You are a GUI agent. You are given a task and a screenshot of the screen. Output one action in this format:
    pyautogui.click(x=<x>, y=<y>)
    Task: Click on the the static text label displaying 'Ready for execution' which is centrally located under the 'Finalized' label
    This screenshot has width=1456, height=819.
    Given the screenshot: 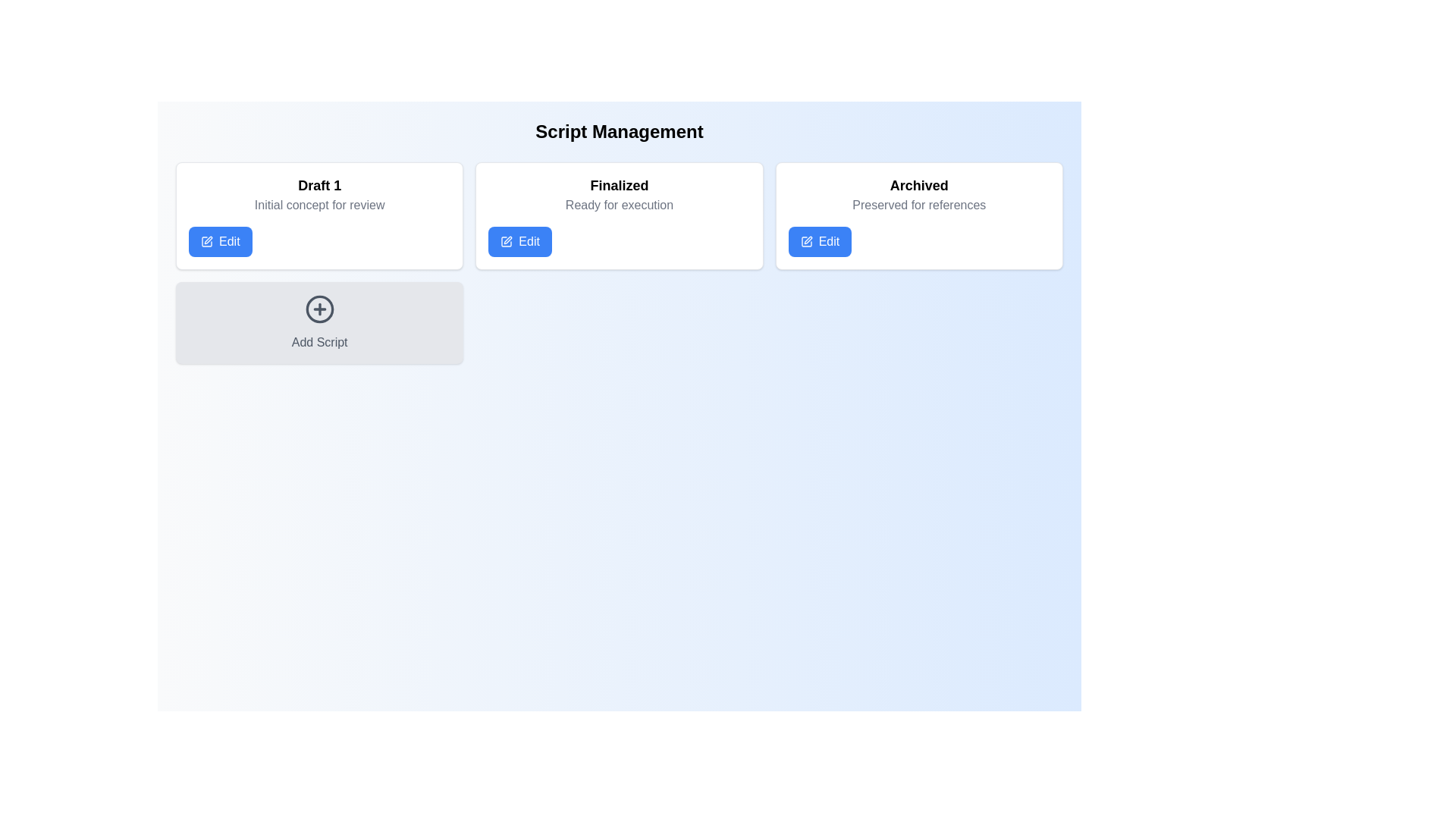 What is the action you would take?
    pyautogui.click(x=619, y=205)
    